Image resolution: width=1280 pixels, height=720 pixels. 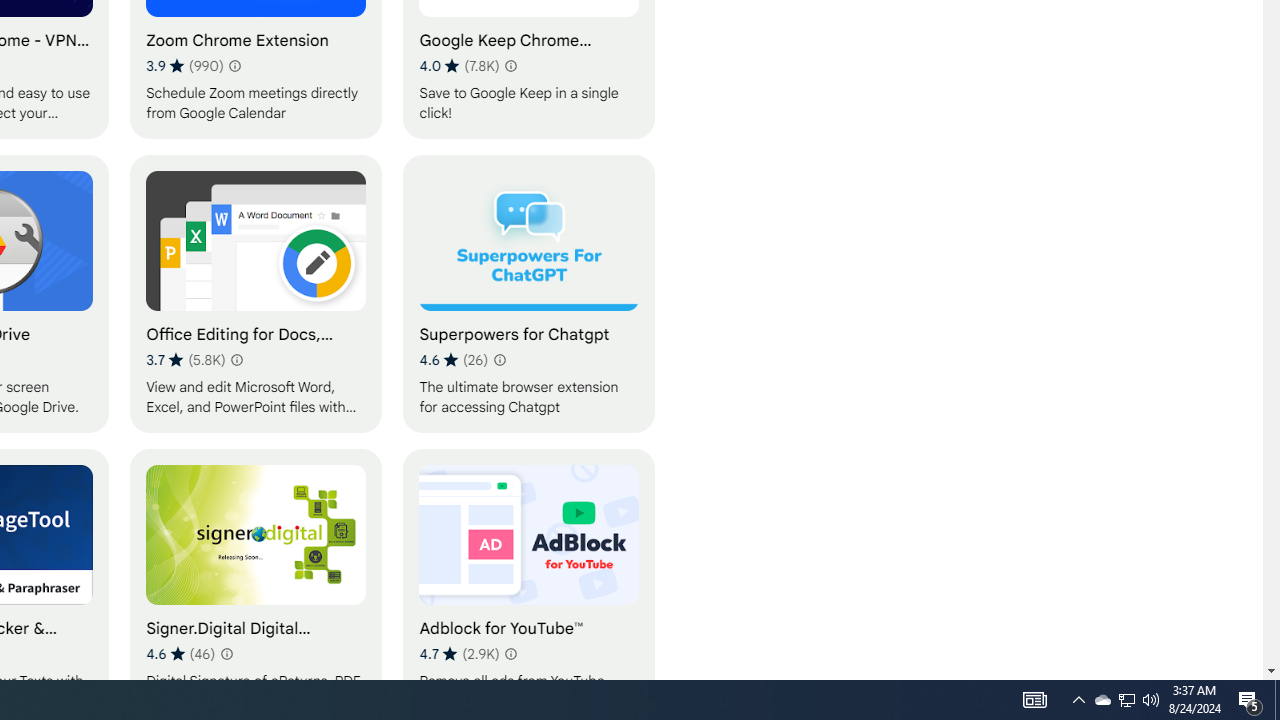 What do you see at coordinates (181, 653) in the screenshot?
I see `'Average rating 4.6 out of 5 stars. 46 ratings.'` at bounding box center [181, 653].